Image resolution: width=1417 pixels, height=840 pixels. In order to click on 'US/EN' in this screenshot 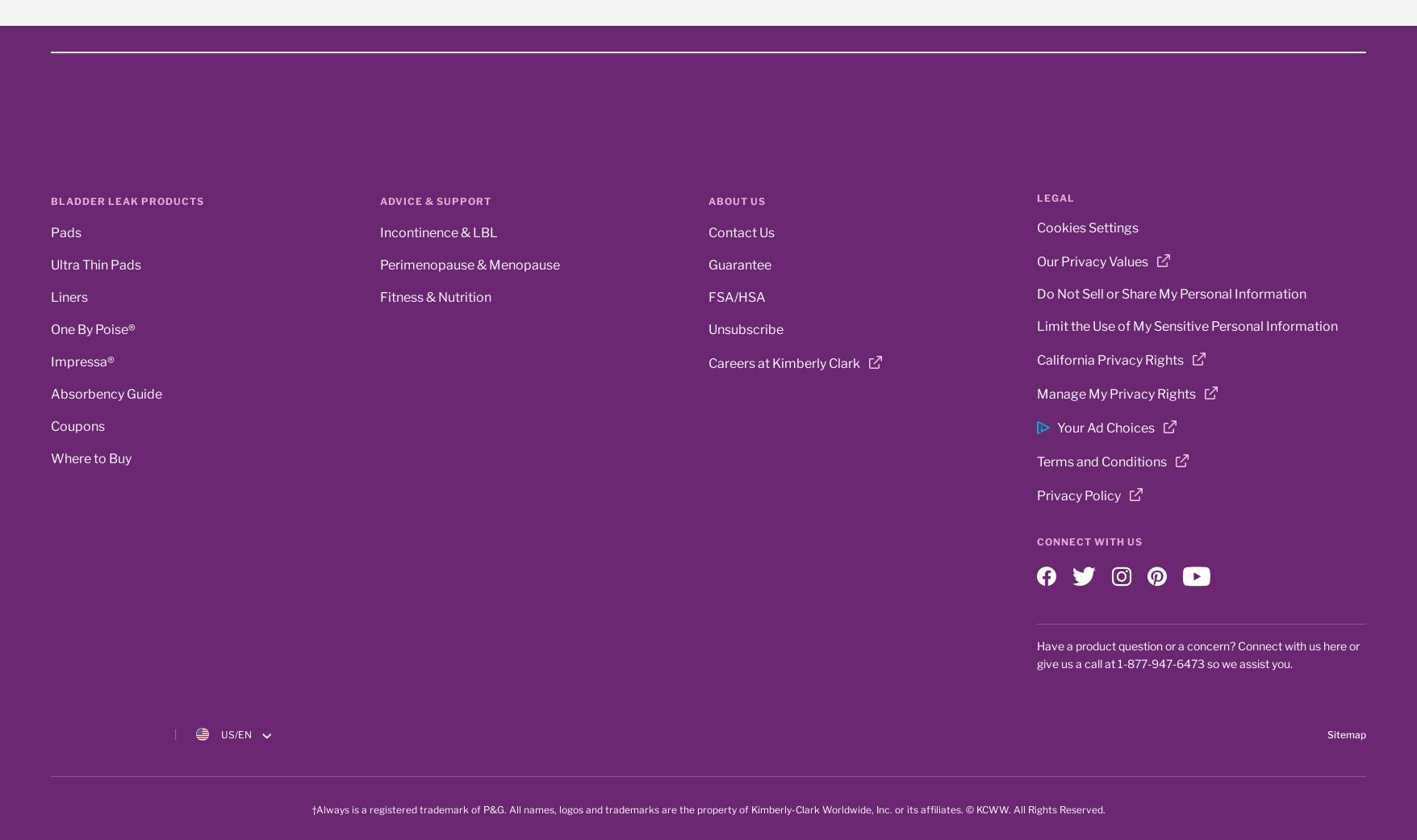, I will do `click(236, 733)`.